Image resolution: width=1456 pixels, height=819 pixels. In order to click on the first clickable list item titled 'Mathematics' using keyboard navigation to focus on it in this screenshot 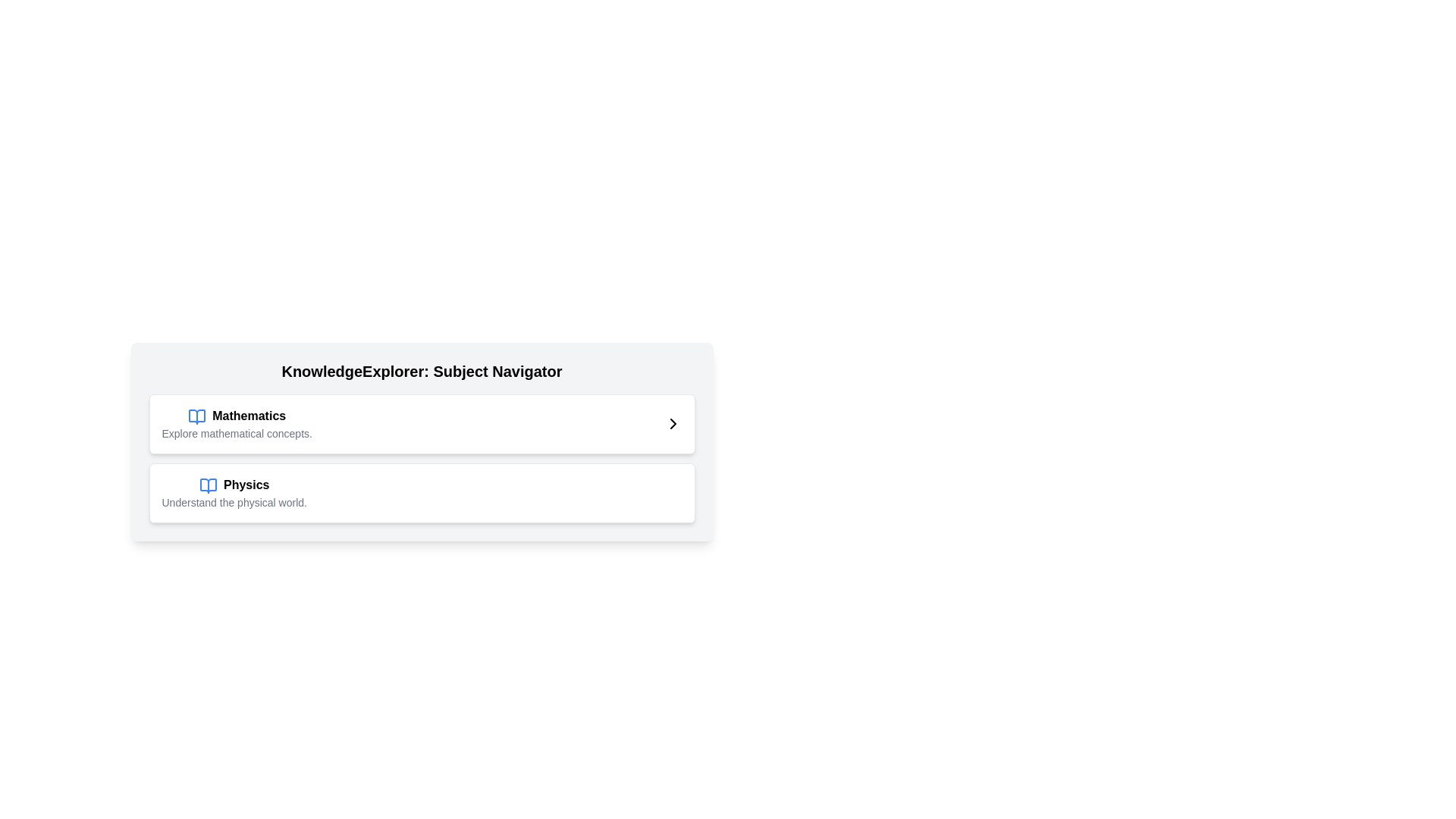, I will do `click(236, 424)`.